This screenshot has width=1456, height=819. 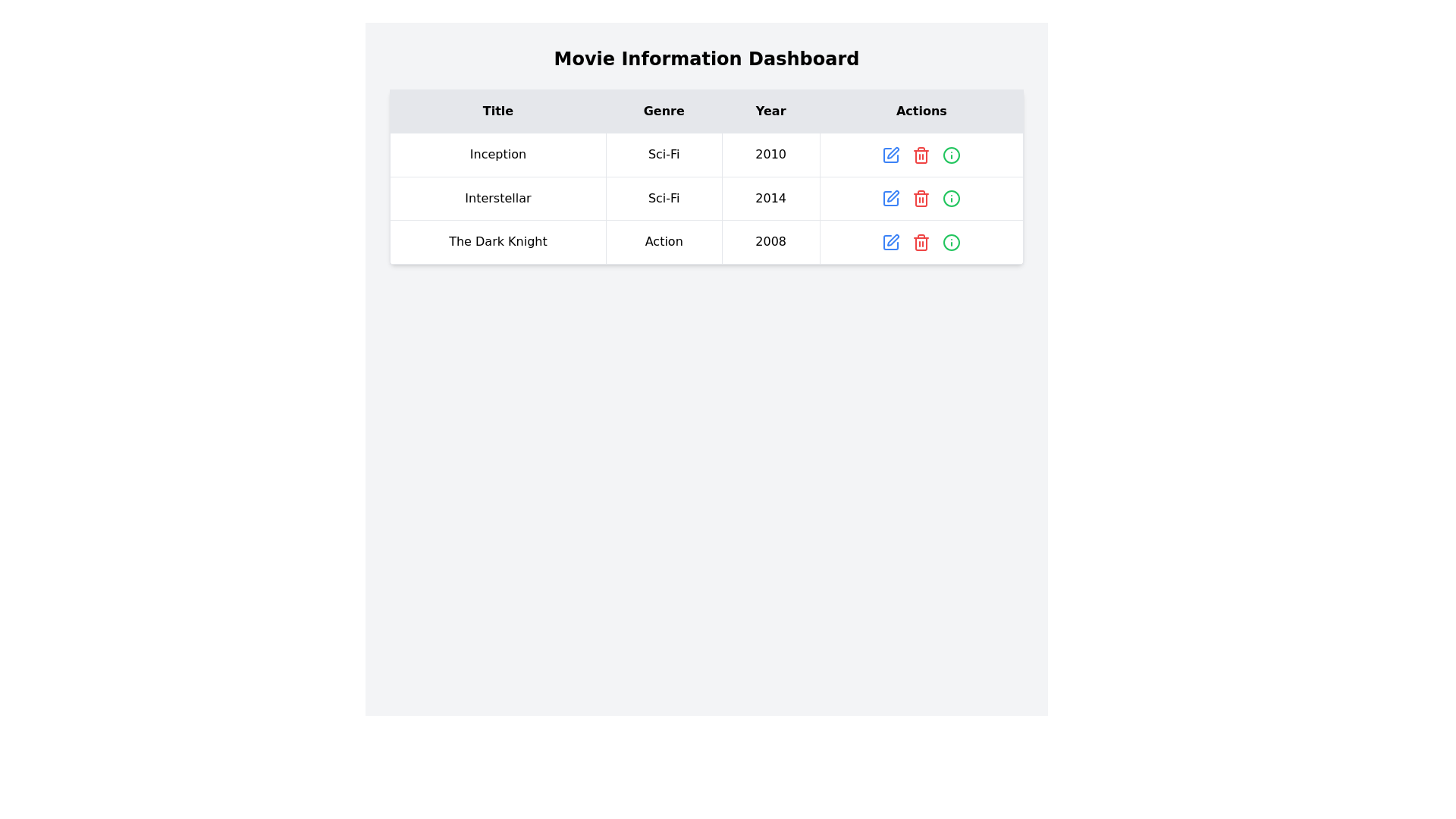 I want to click on the static text label indicating the genre of the movie in the third row of the table, which is located under the column labeled 'Genre' and follows 'The Dark Knight.', so click(x=664, y=241).